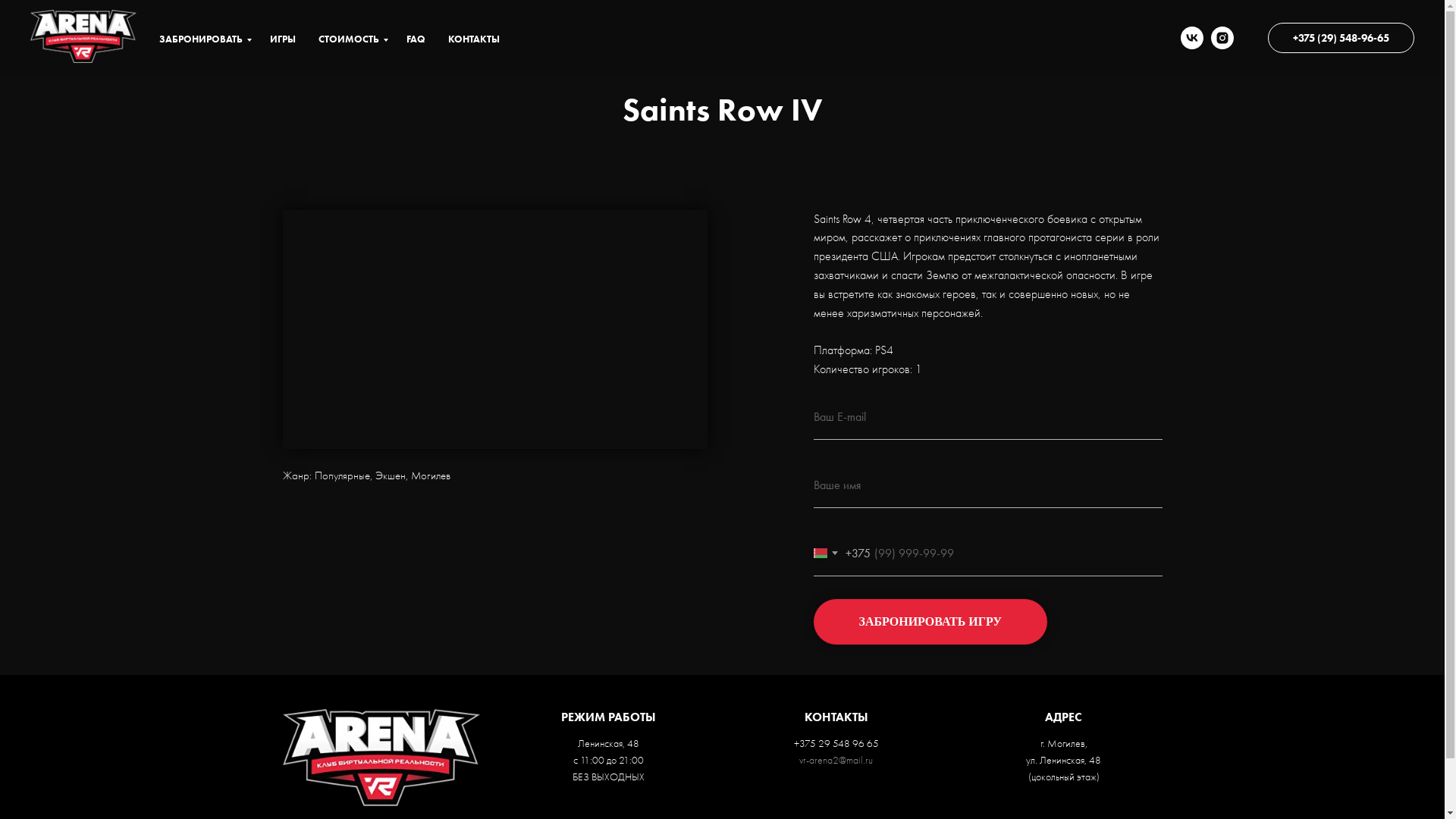  What do you see at coordinates (416, 37) in the screenshot?
I see `'FAQ'` at bounding box center [416, 37].